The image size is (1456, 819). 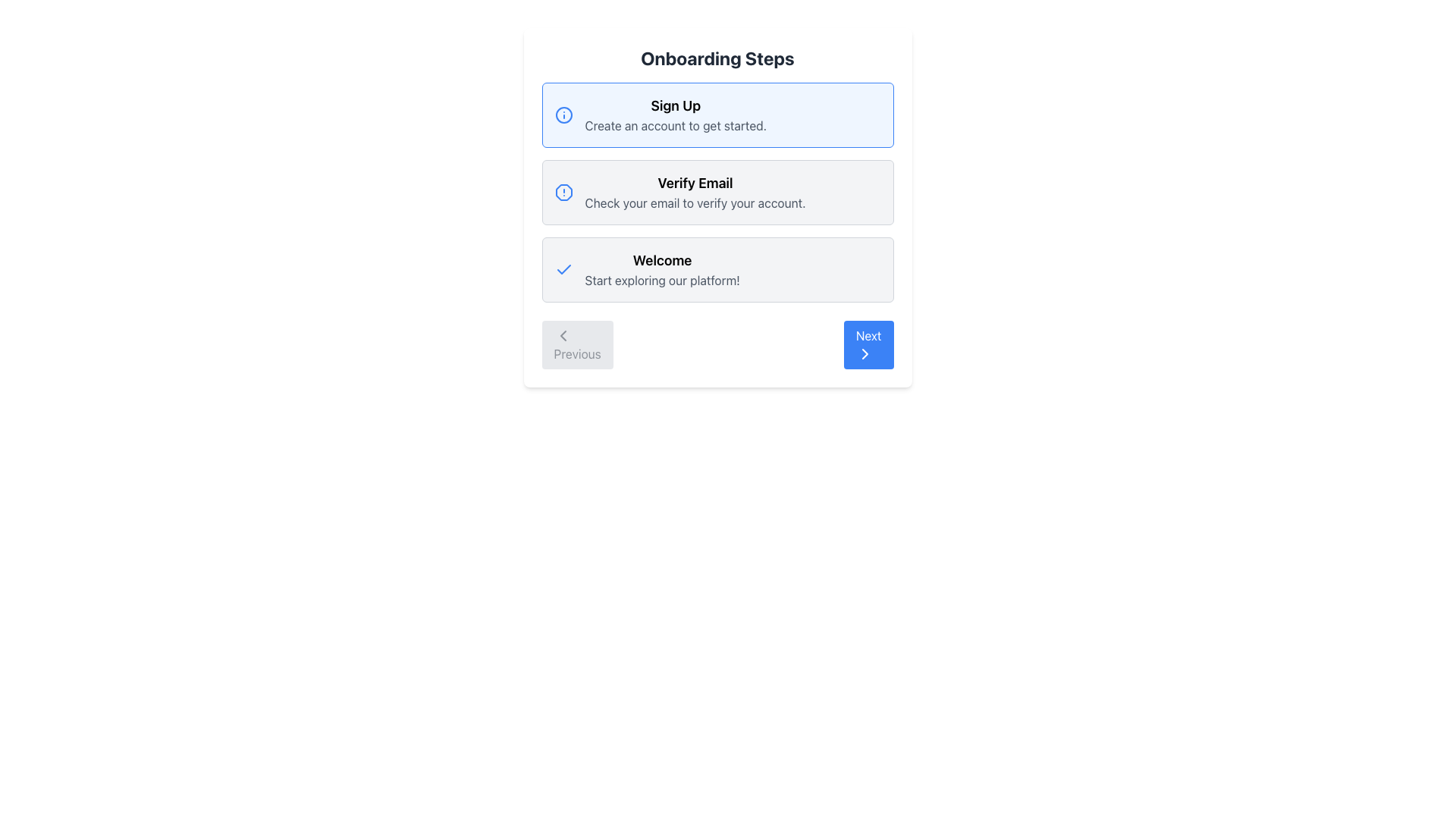 What do you see at coordinates (675, 114) in the screenshot?
I see `the 'Sign Up' text description block, which is the first entry in the onboarding steps list, styled with bold and larger font, and containing a smaller gray text below it` at bounding box center [675, 114].